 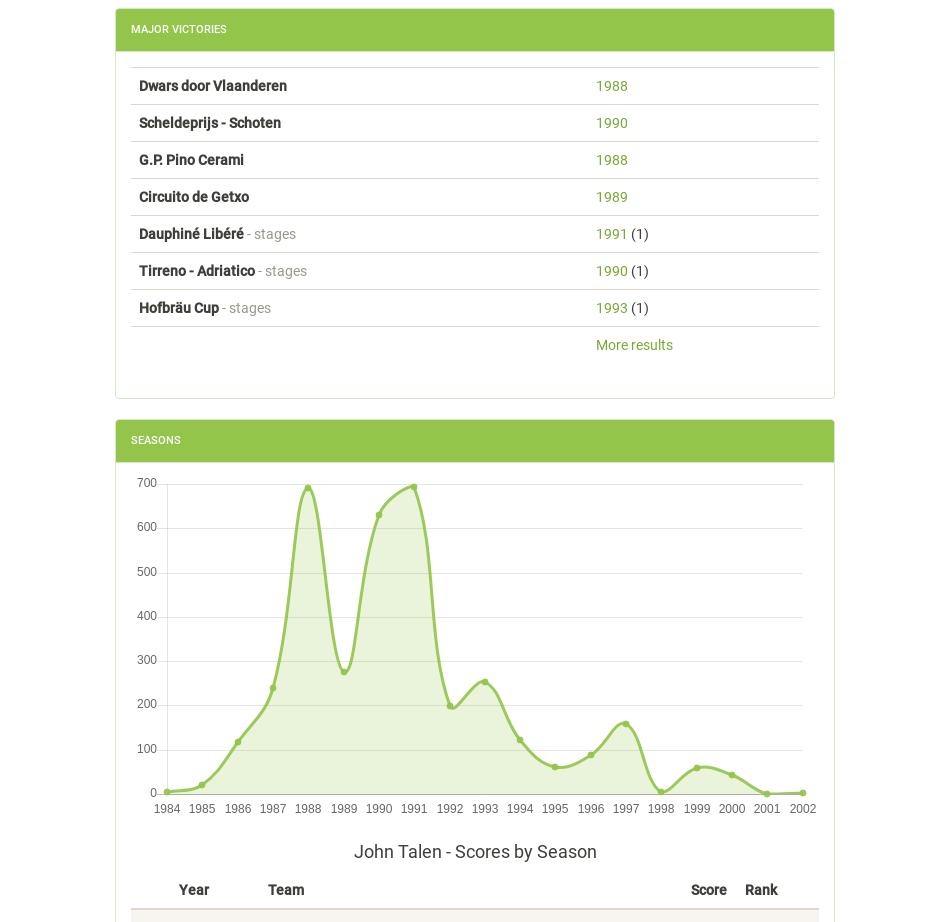 I want to click on 'Tirreno - Adriatico', so click(x=197, y=269).